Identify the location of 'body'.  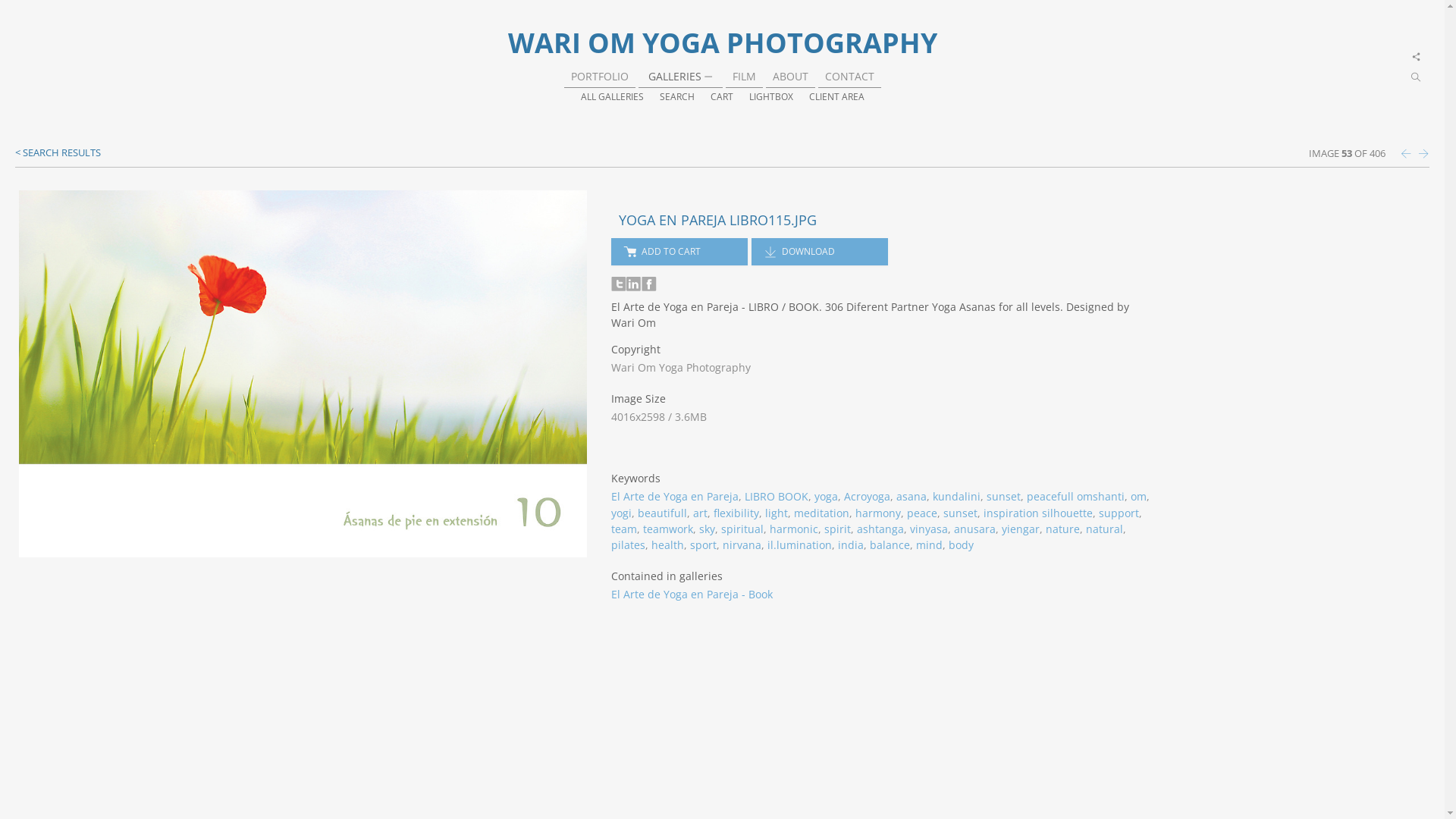
(960, 544).